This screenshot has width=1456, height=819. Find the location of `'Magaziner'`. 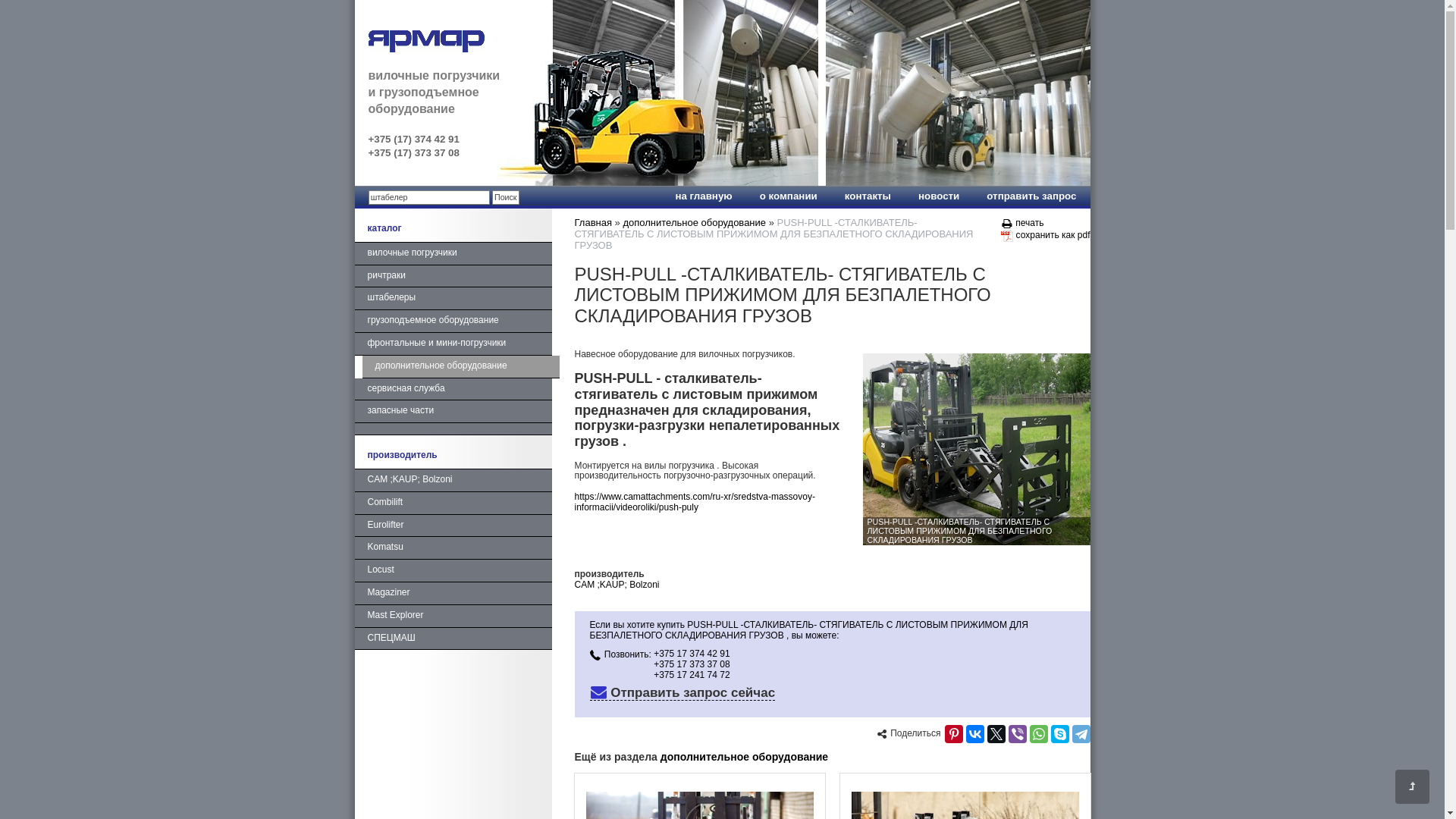

'Magaziner' is located at coordinates (453, 593).